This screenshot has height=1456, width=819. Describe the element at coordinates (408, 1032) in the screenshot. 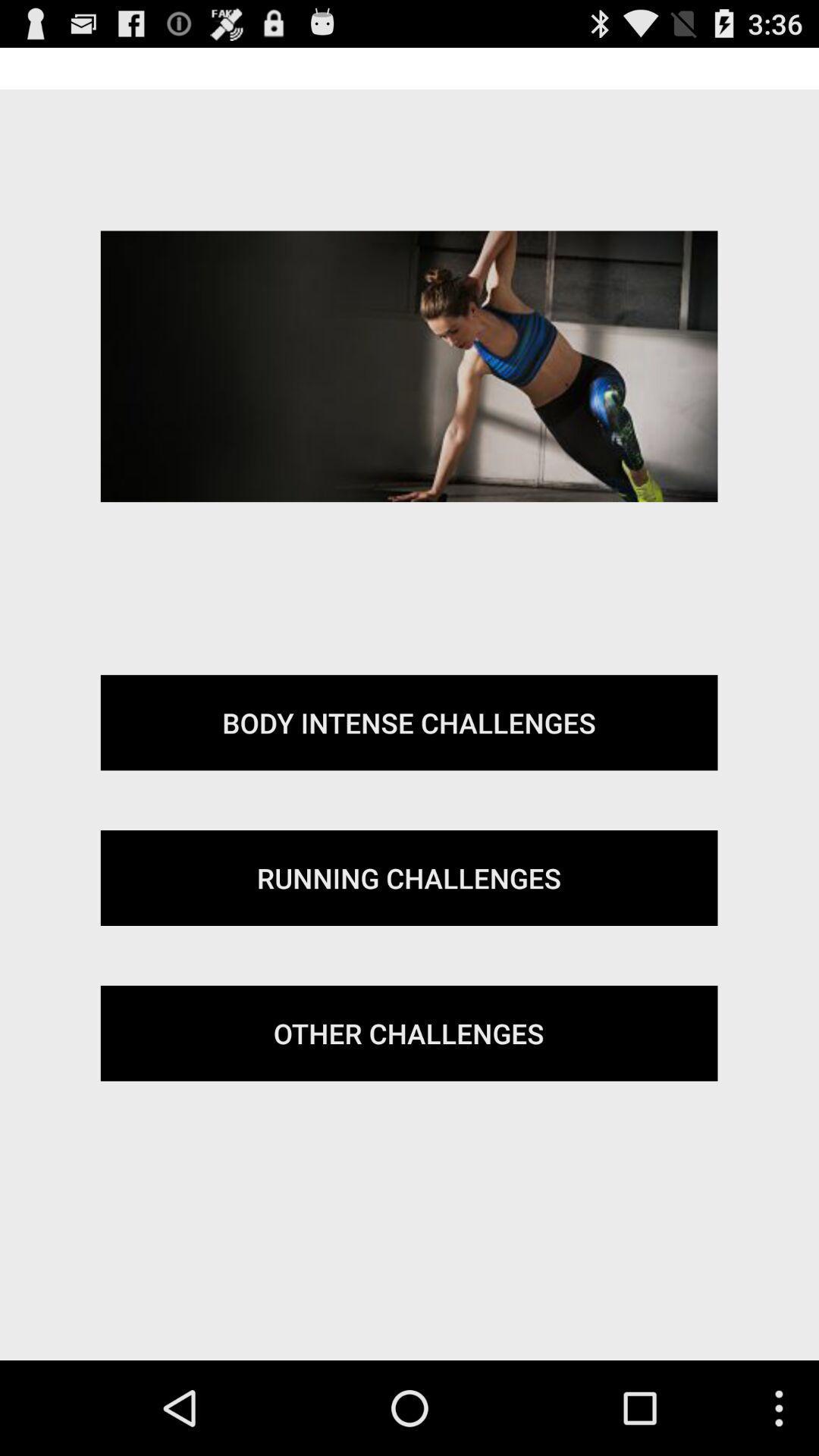

I see `other challenges icon` at that location.